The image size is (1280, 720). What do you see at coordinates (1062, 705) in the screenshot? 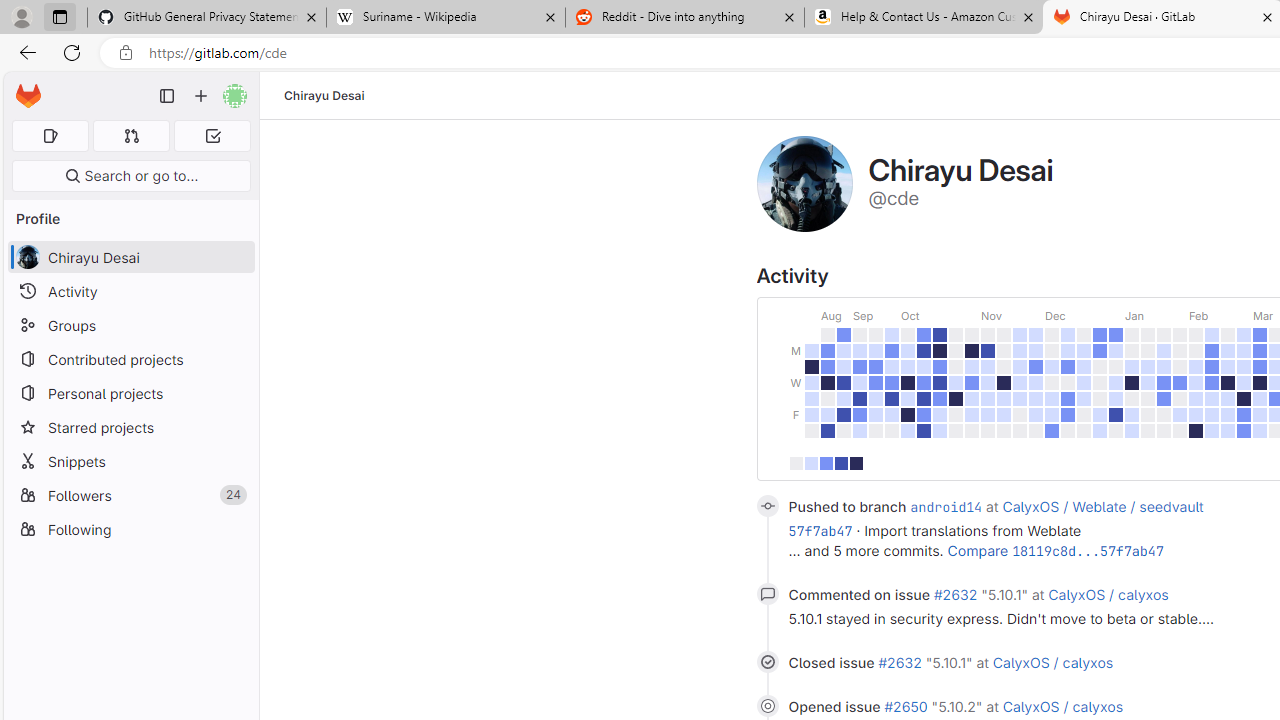
I see `'CalyxOS / calyxos'` at bounding box center [1062, 705].